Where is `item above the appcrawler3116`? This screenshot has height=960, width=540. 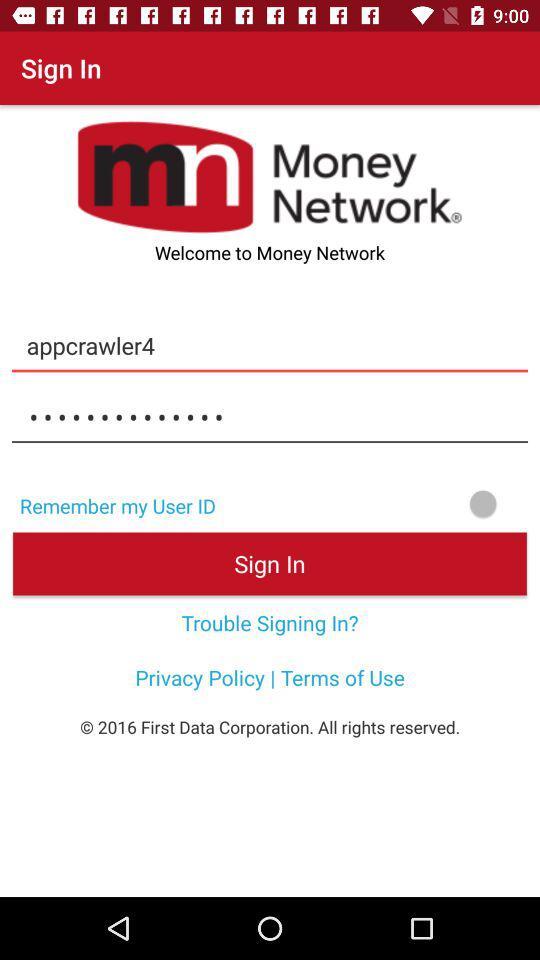
item above the appcrawler3116 is located at coordinates (270, 345).